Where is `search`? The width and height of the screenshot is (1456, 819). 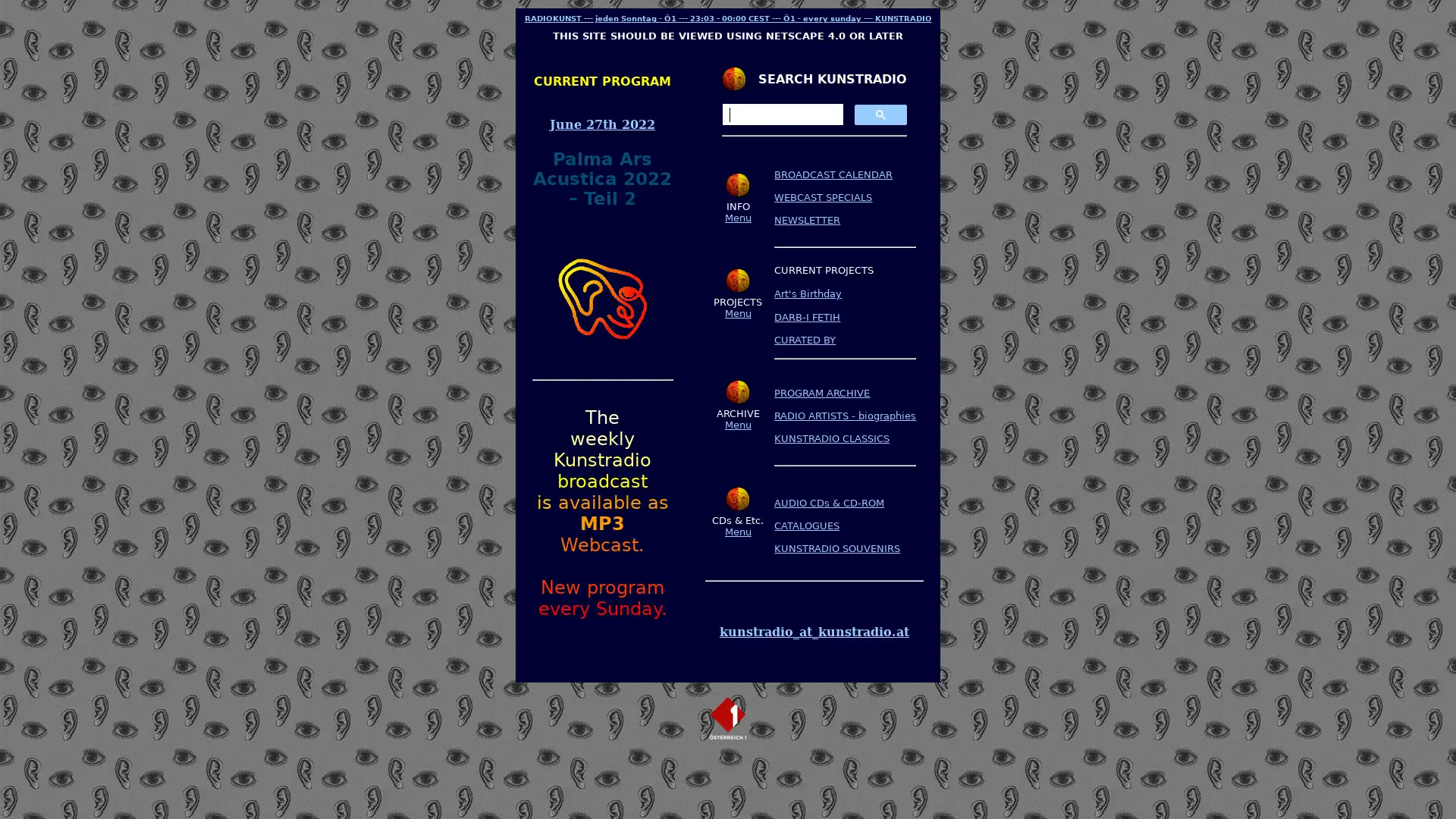 search is located at coordinates (880, 113).